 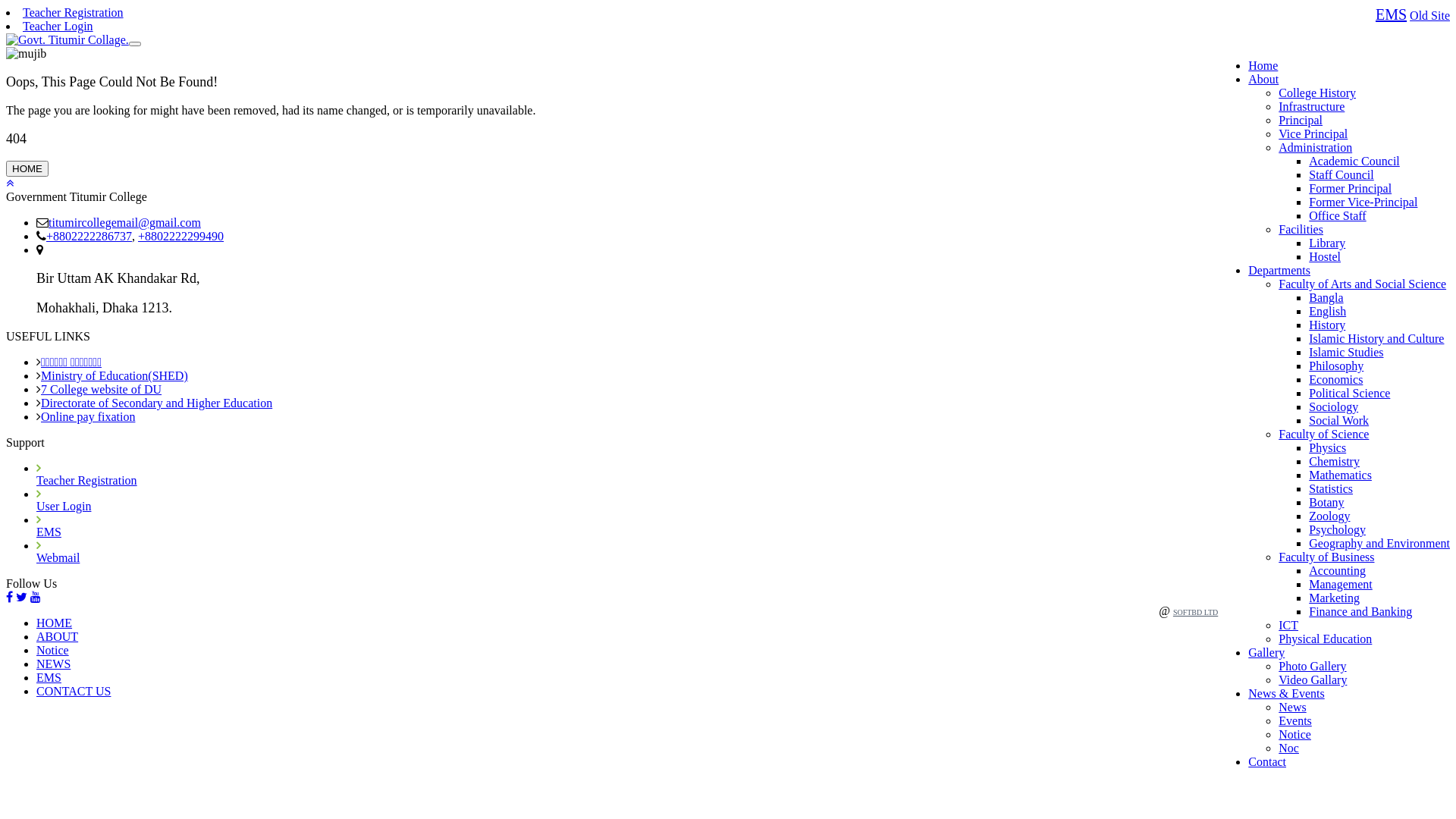 What do you see at coordinates (1376, 337) in the screenshot?
I see `'Islamic History and Culture'` at bounding box center [1376, 337].